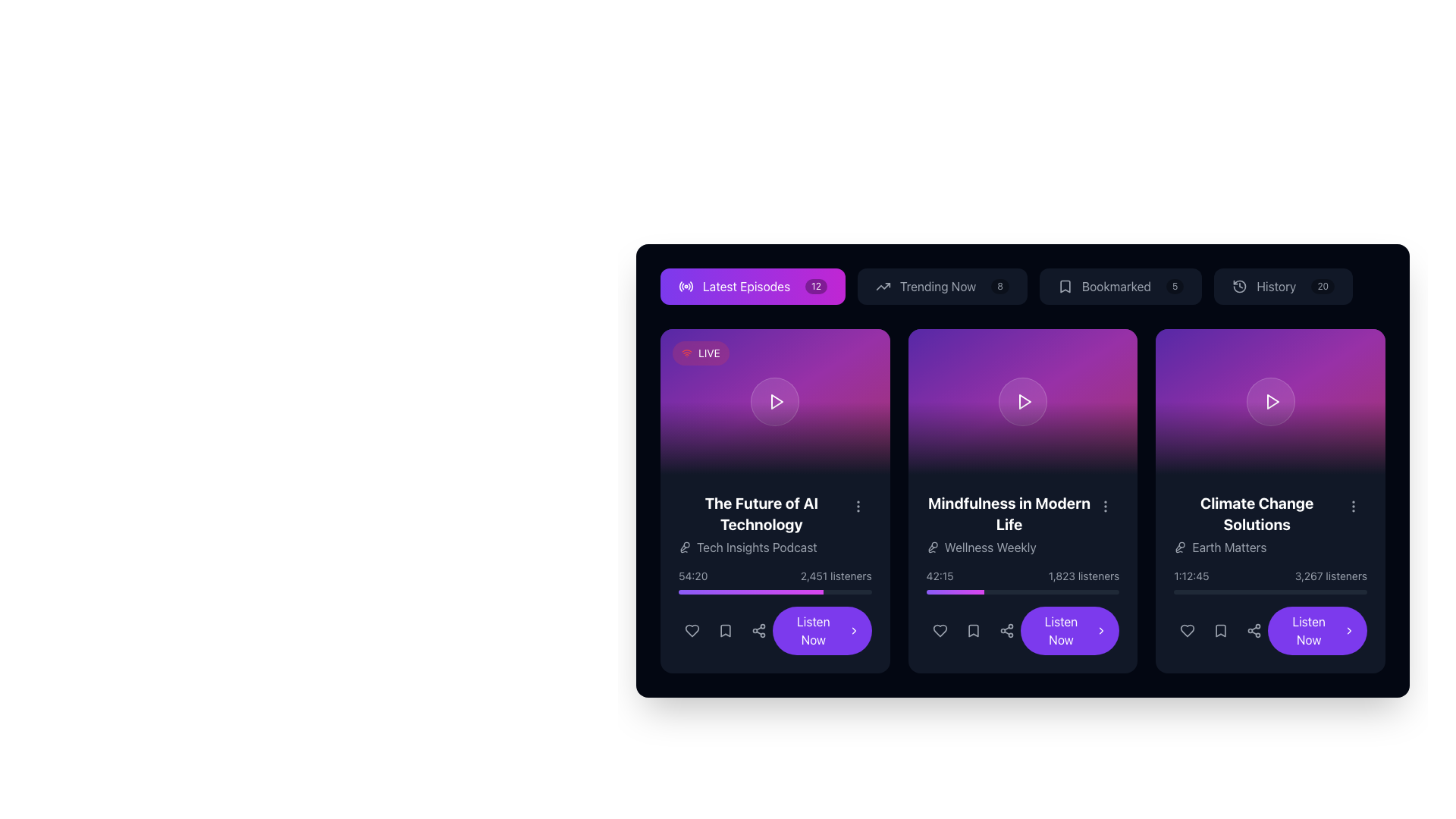 Image resolution: width=1456 pixels, height=819 pixels. I want to click on the heart icon located in the third podcast card, so click(1187, 631).